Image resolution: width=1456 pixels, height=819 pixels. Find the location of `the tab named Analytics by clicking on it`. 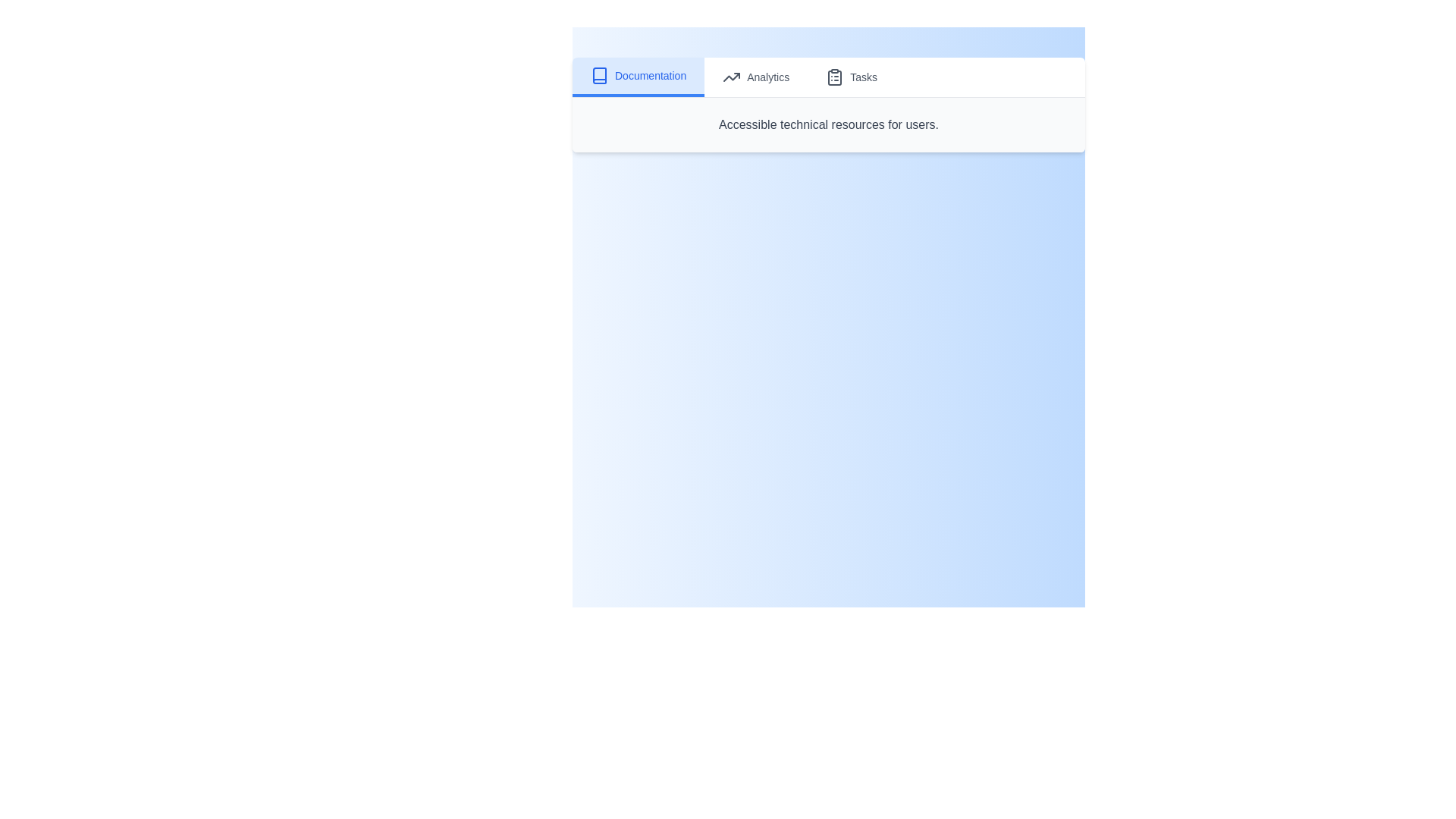

the tab named Analytics by clicking on it is located at coordinates (756, 77).